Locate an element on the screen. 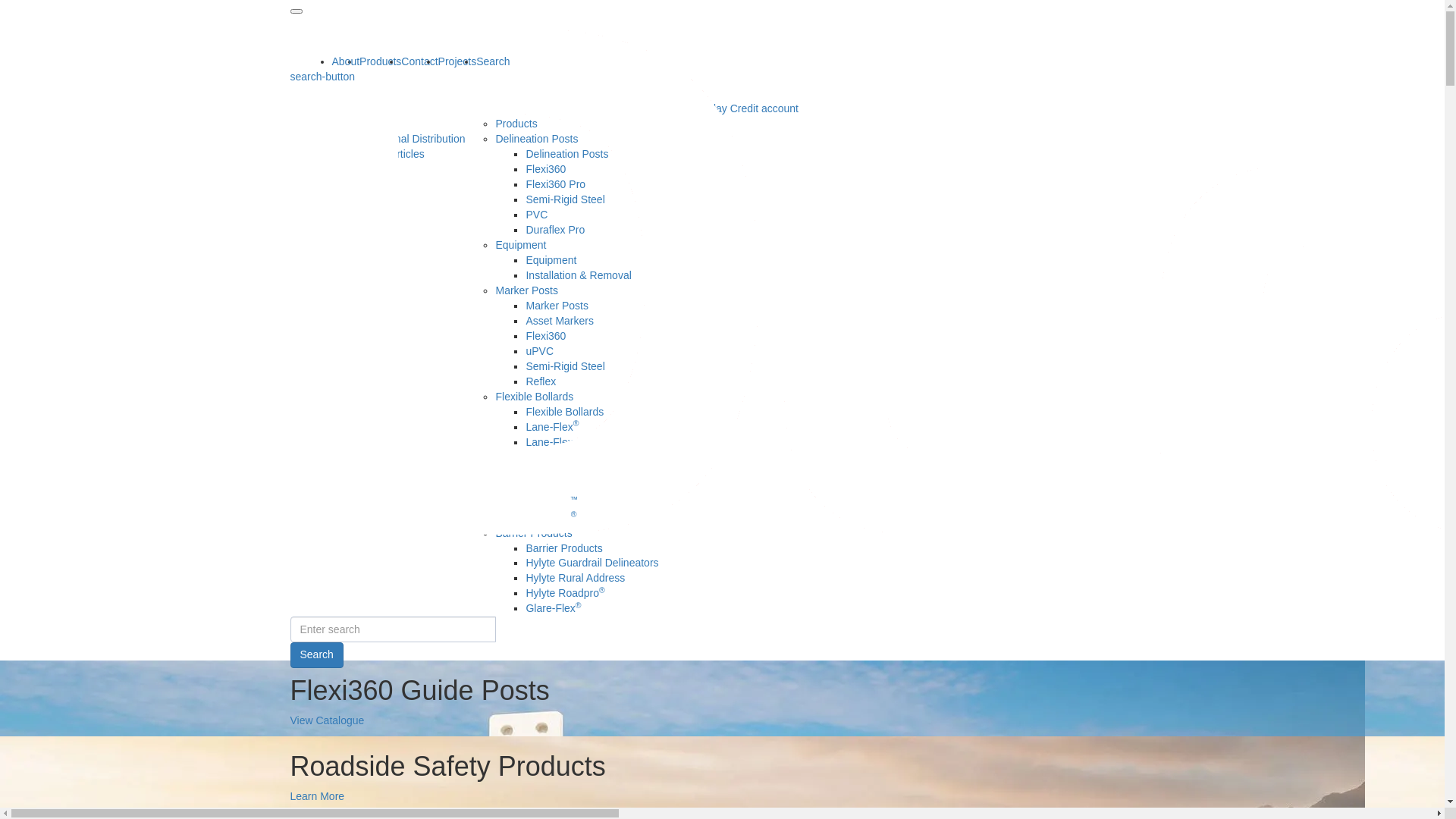 Image resolution: width=1456 pixels, height=819 pixels. 'About' is located at coordinates (345, 61).